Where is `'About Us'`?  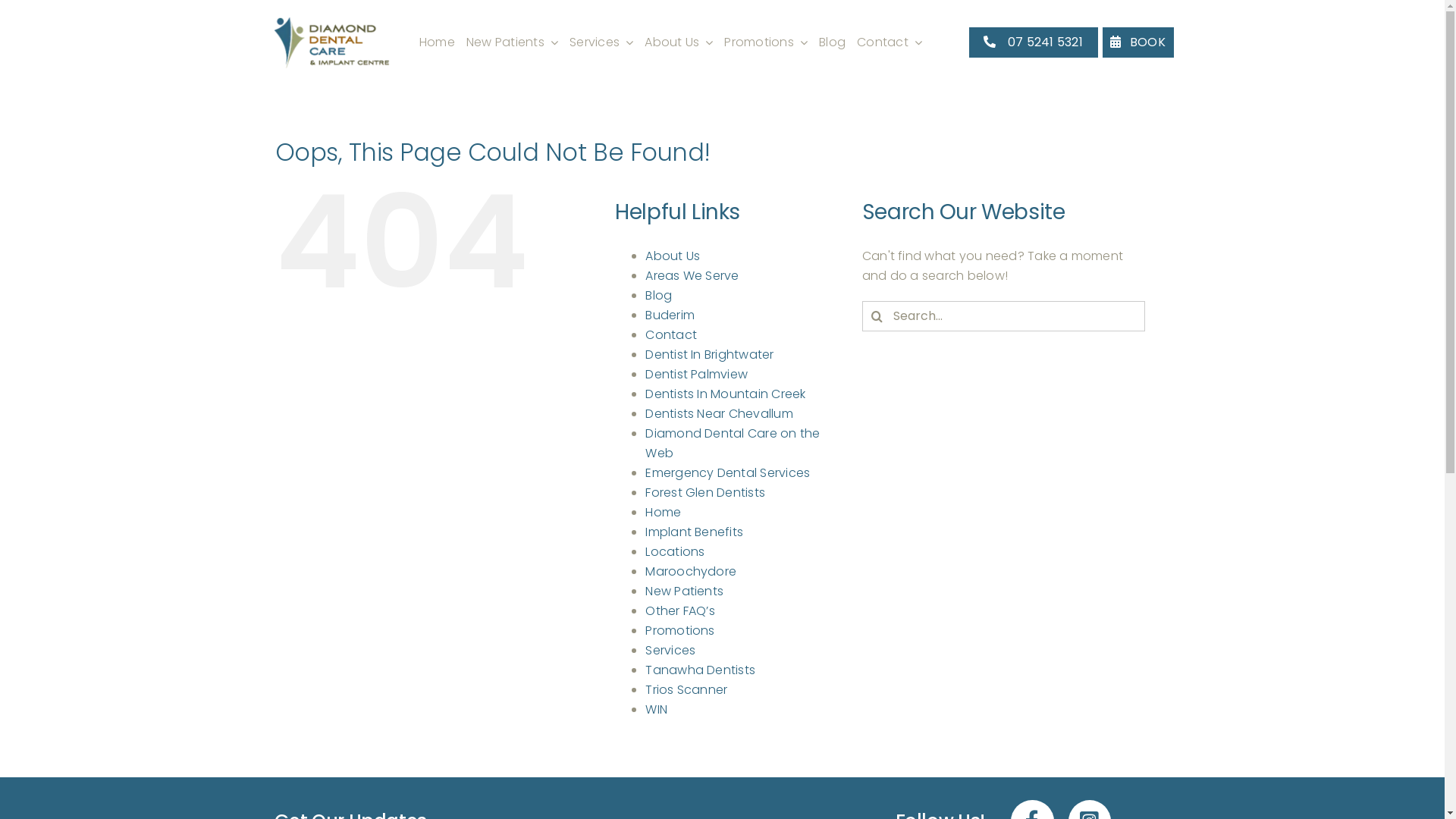
'About Us' is located at coordinates (677, 42).